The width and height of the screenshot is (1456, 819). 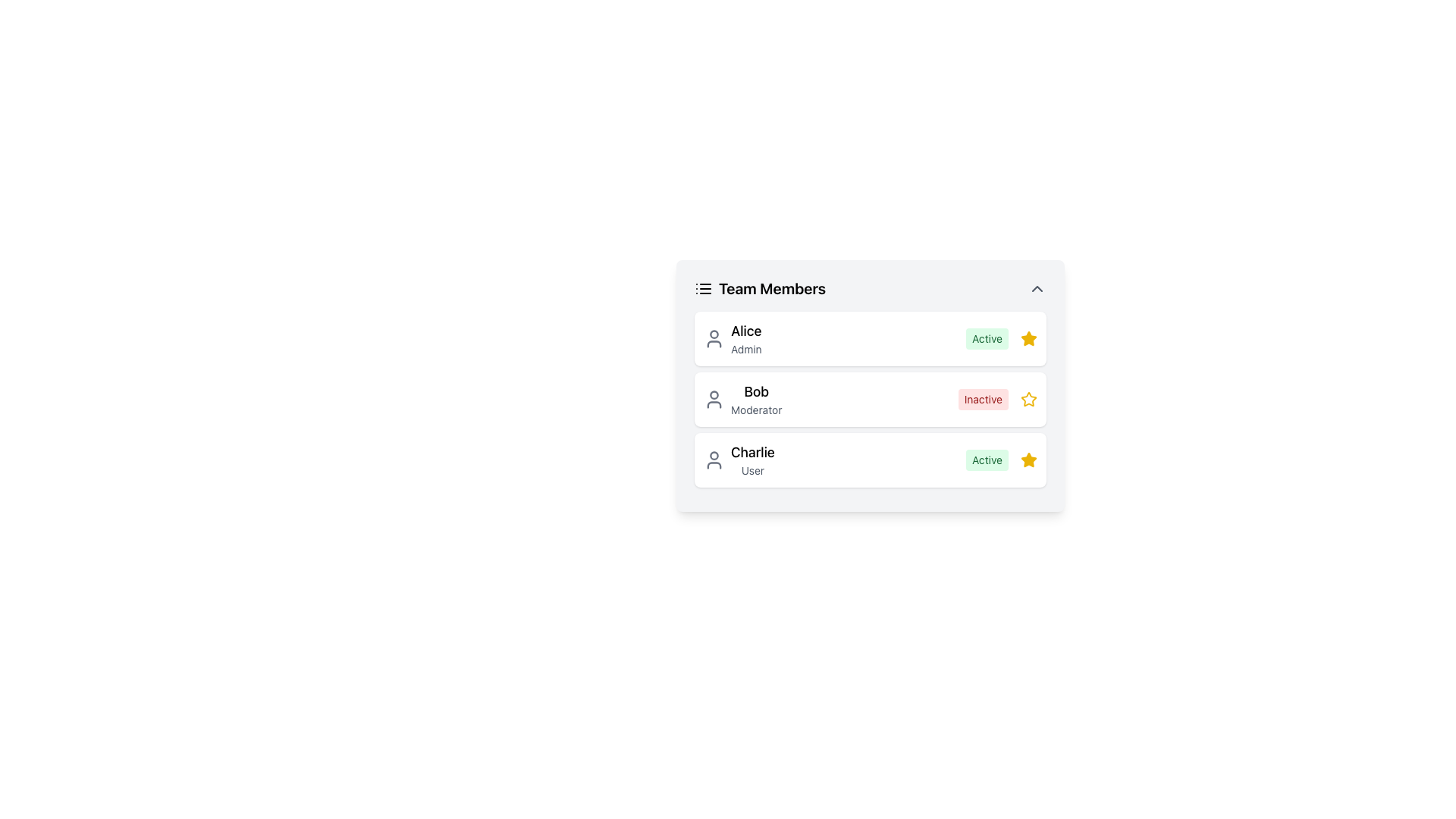 What do you see at coordinates (752, 459) in the screenshot?
I see `the interactive text label 'Charlie' which is part of the 'Team Members' panel, representing the third member in the list` at bounding box center [752, 459].